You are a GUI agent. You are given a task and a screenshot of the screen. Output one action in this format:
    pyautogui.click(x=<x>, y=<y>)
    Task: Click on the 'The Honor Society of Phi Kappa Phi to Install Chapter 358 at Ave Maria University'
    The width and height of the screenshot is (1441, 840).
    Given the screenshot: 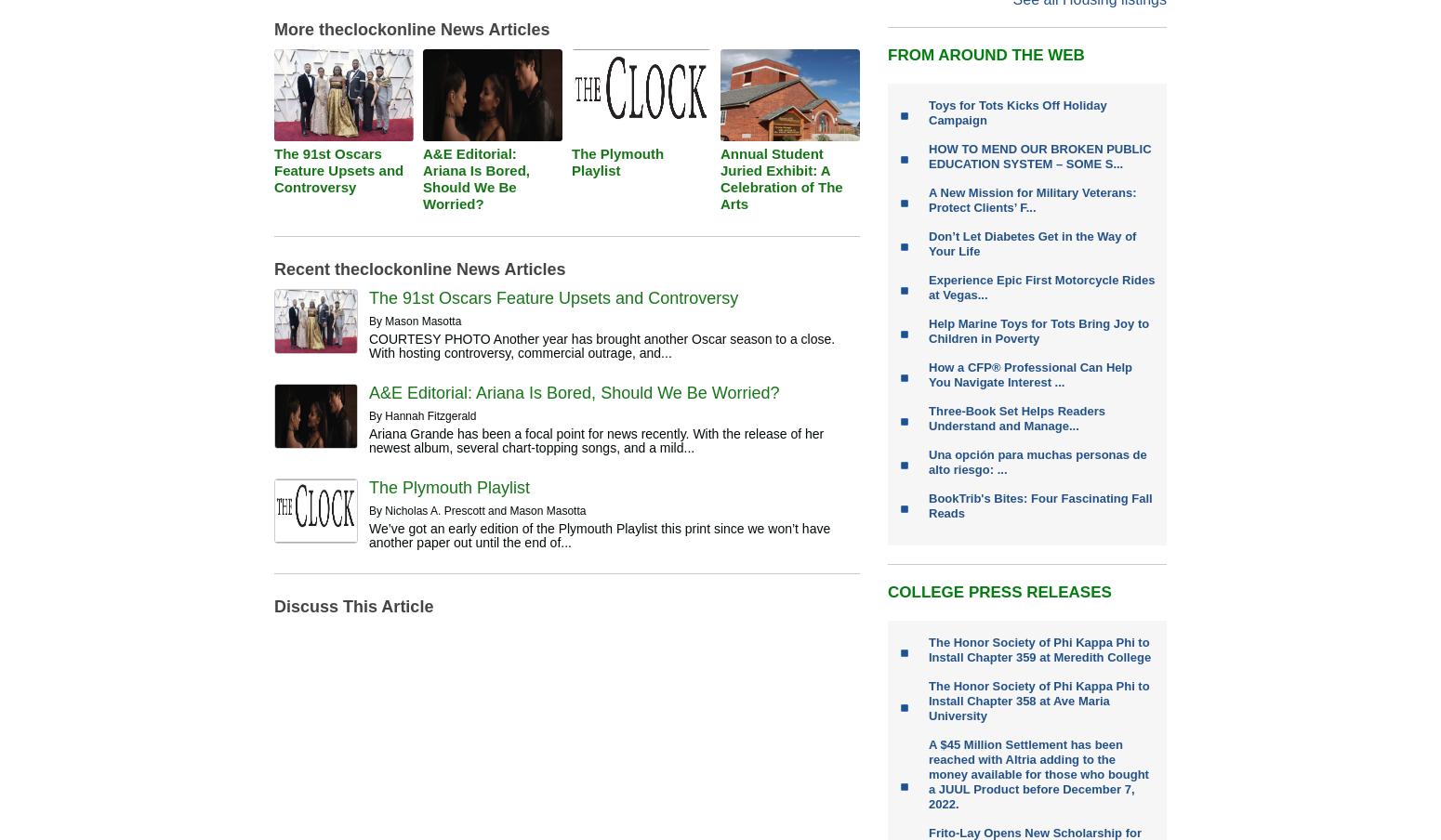 What is the action you would take?
    pyautogui.click(x=927, y=701)
    